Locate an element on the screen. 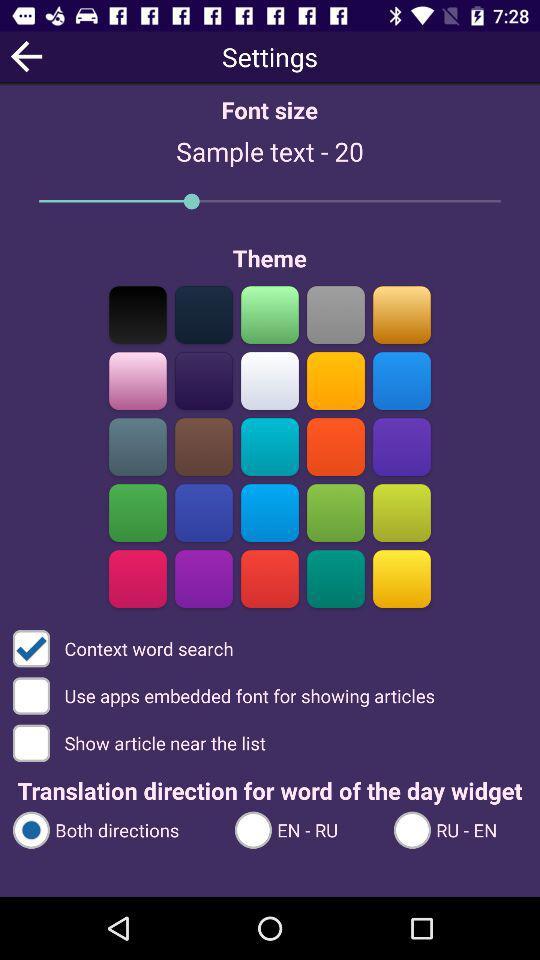 This screenshot has width=540, height=960. go green is located at coordinates (137, 512).